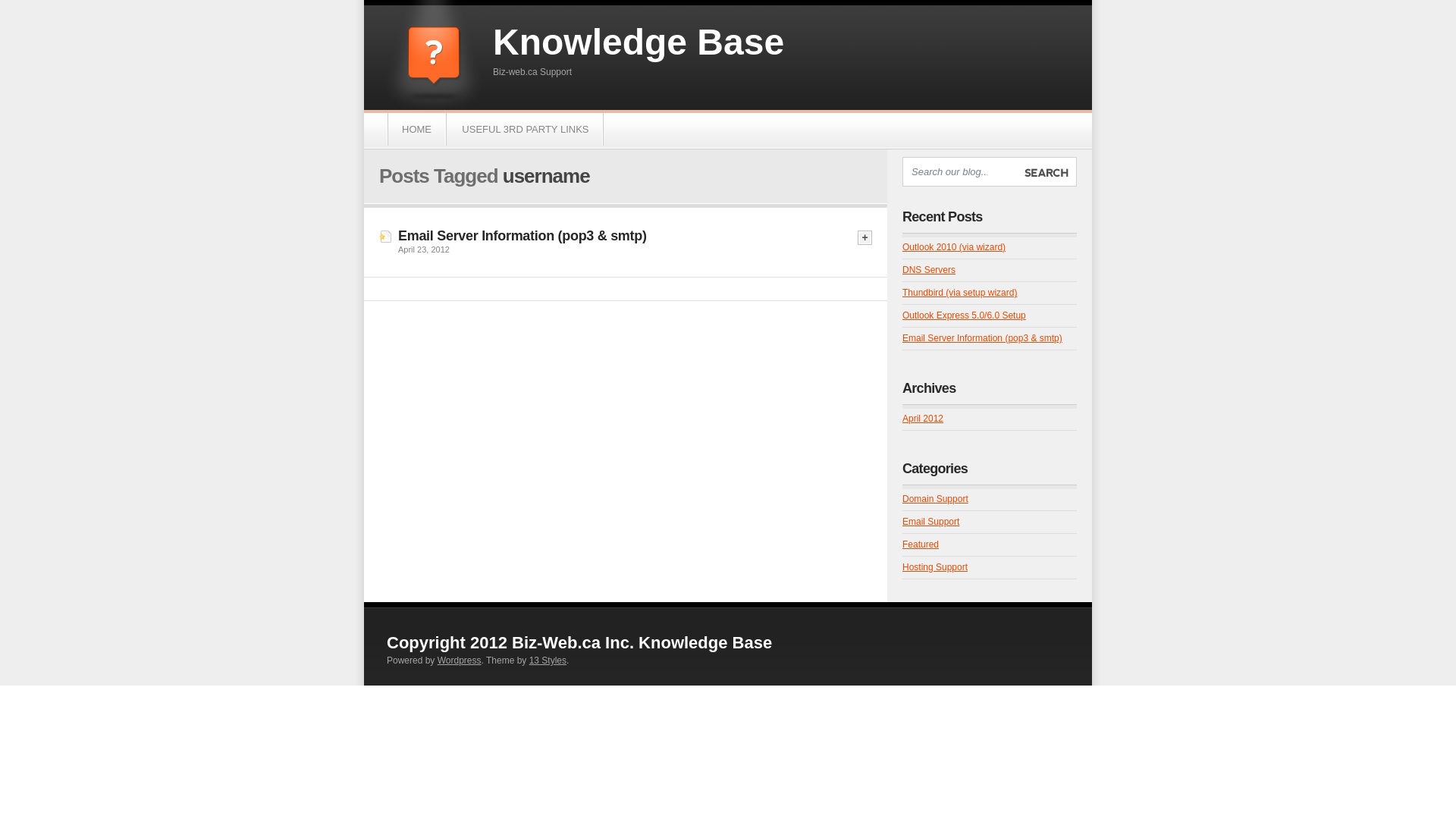 The width and height of the screenshot is (1456, 819). What do you see at coordinates (858, 237) in the screenshot?
I see `'+'` at bounding box center [858, 237].